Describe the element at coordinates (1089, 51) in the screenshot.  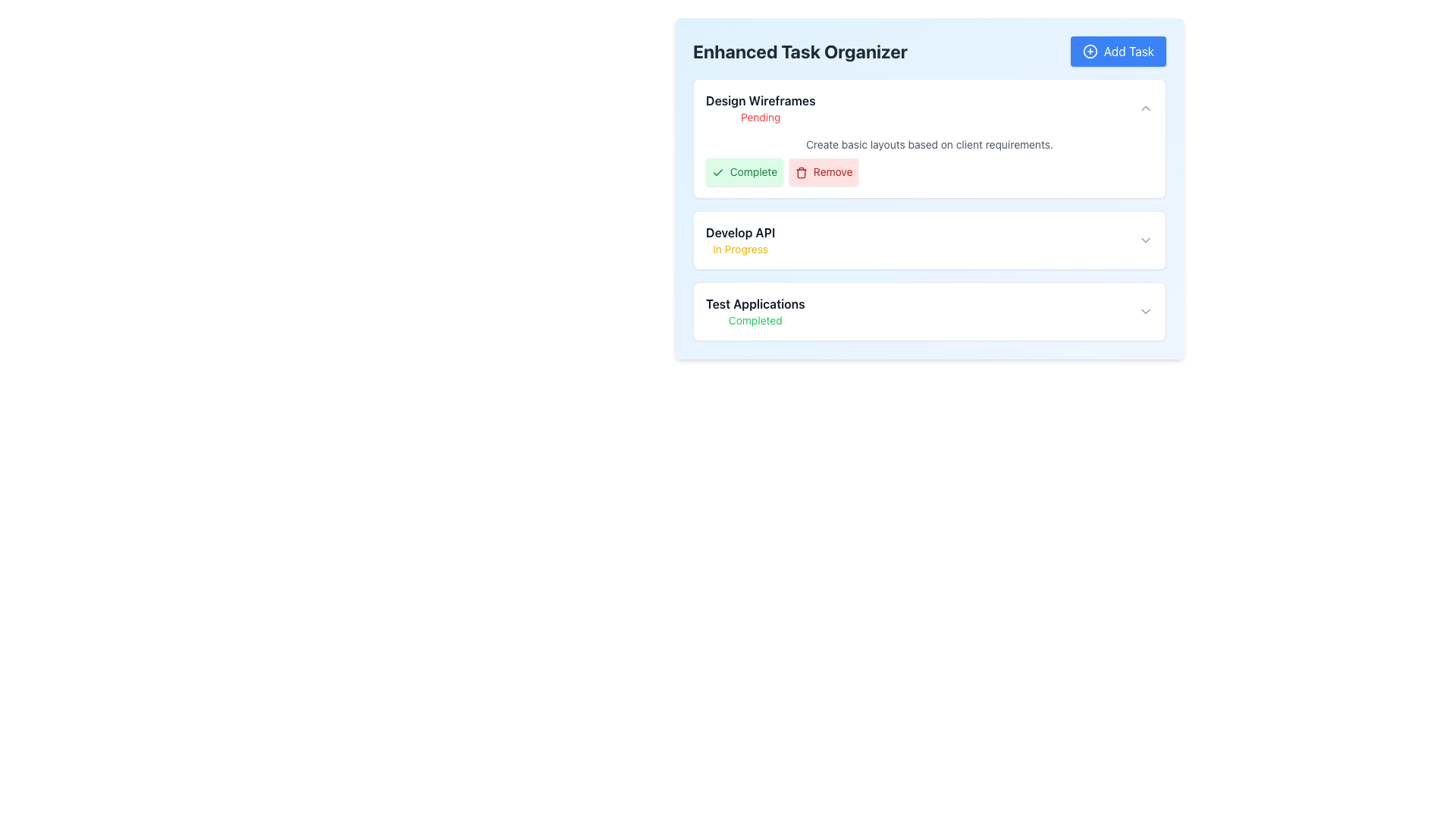
I see `the first SVG circle element, which has a radius of 10 pixels and is part of an icon in the top-right corner near the 'Add Task' button` at that location.